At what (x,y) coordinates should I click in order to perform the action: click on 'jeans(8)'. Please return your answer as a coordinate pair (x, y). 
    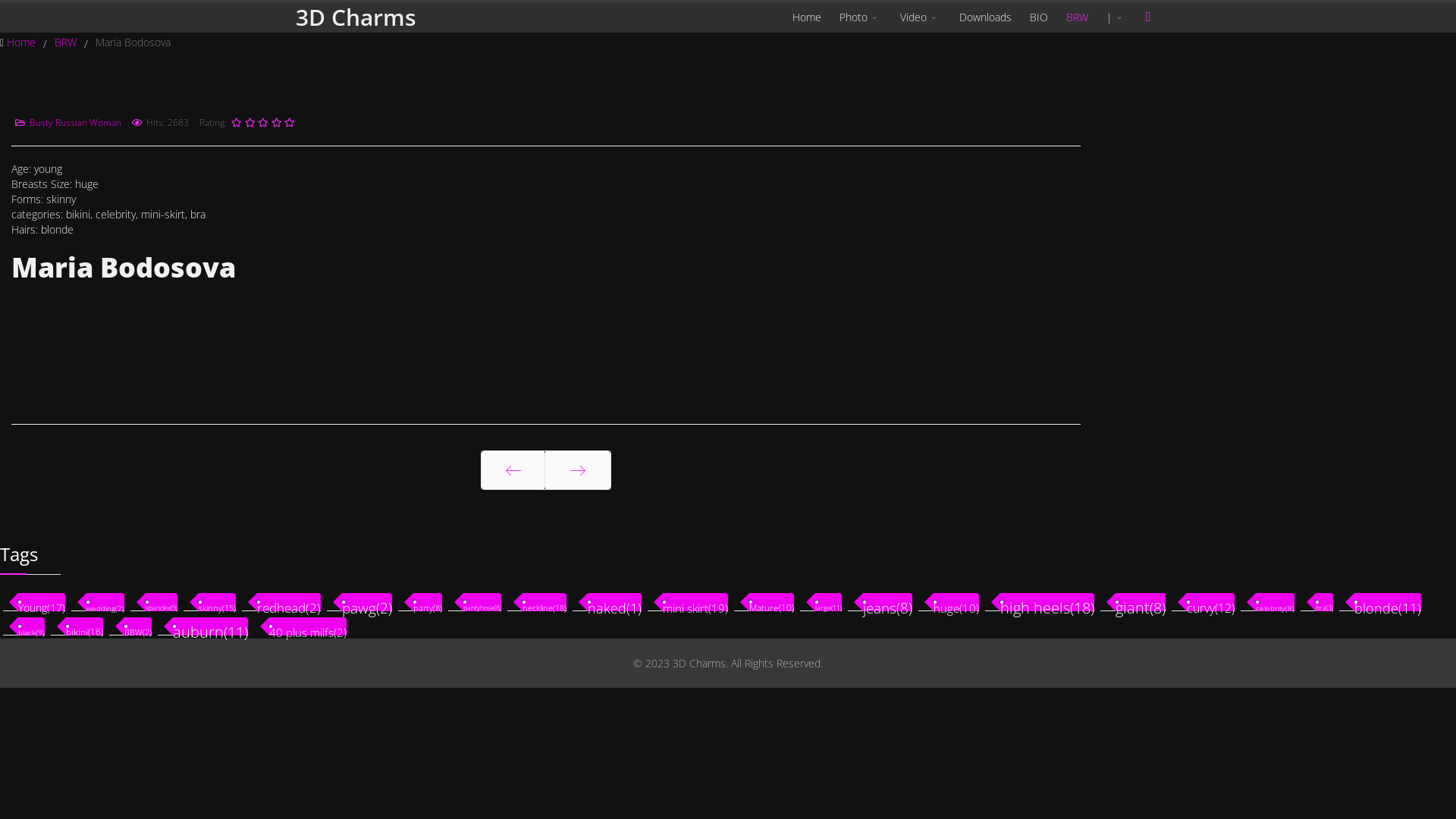
    Looking at the image, I should click on (887, 601).